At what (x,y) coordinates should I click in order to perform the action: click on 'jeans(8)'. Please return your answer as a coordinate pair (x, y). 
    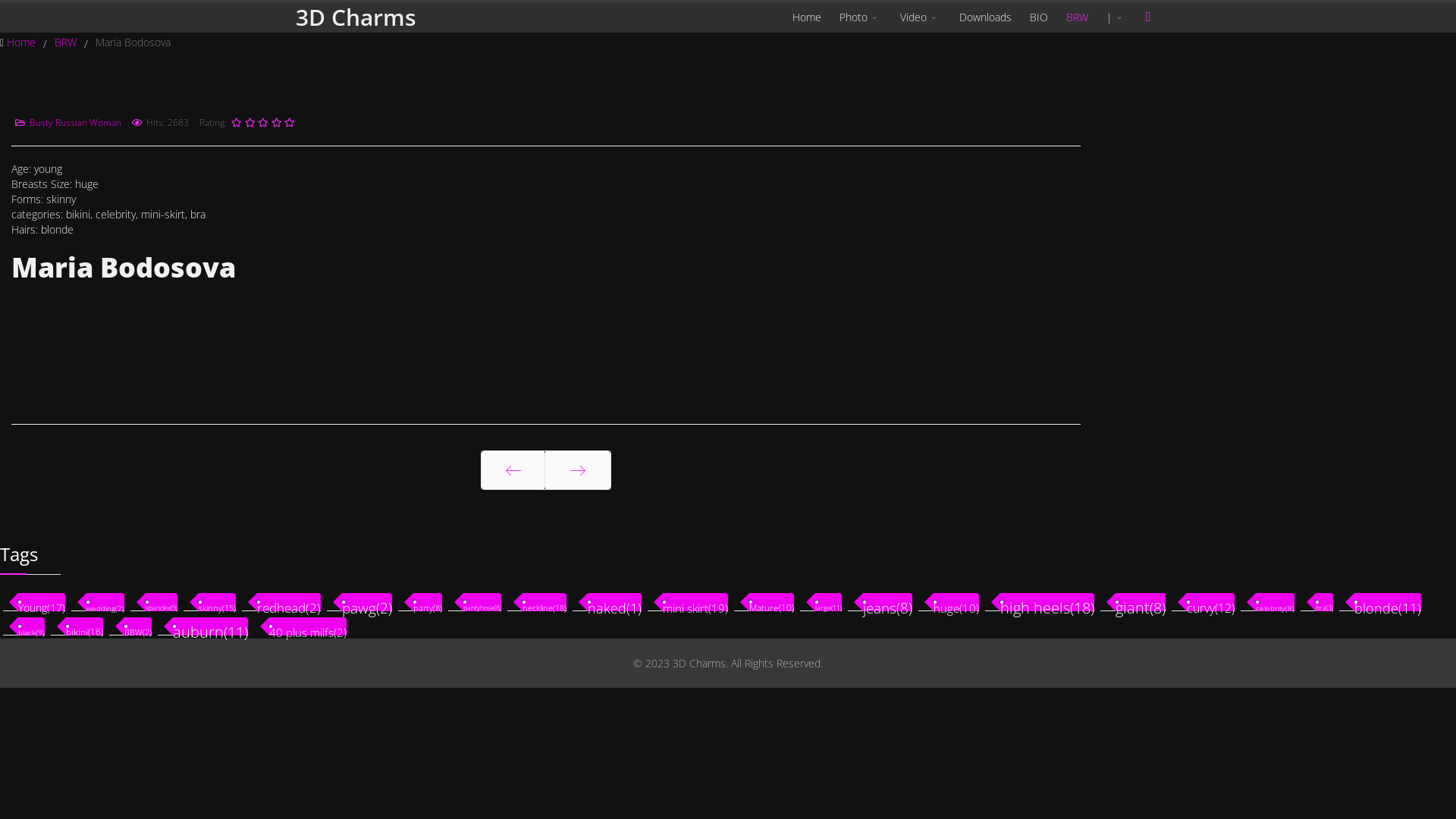
    Looking at the image, I should click on (887, 601).